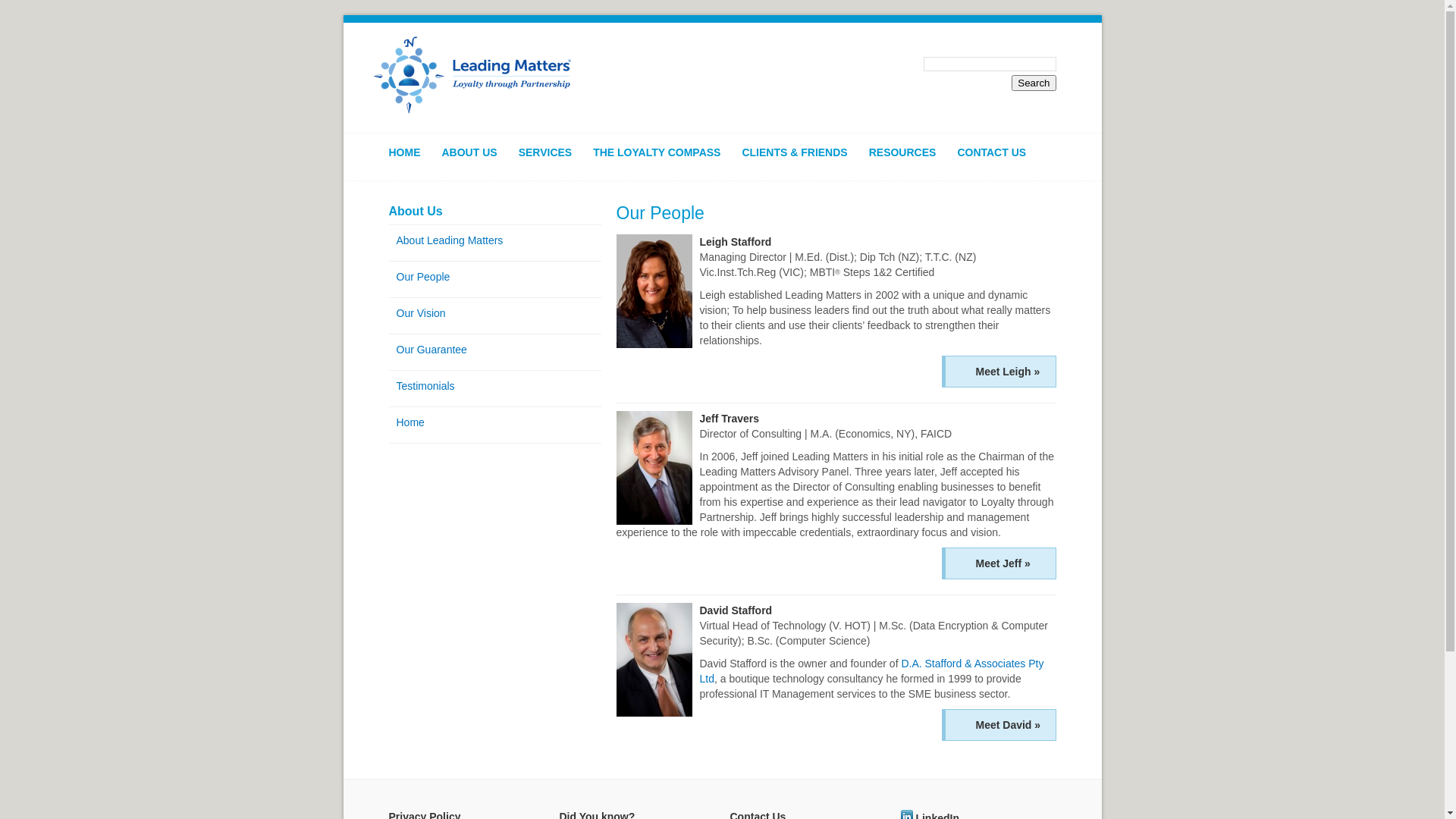  I want to click on 'ABOUT US', so click(475, 160).